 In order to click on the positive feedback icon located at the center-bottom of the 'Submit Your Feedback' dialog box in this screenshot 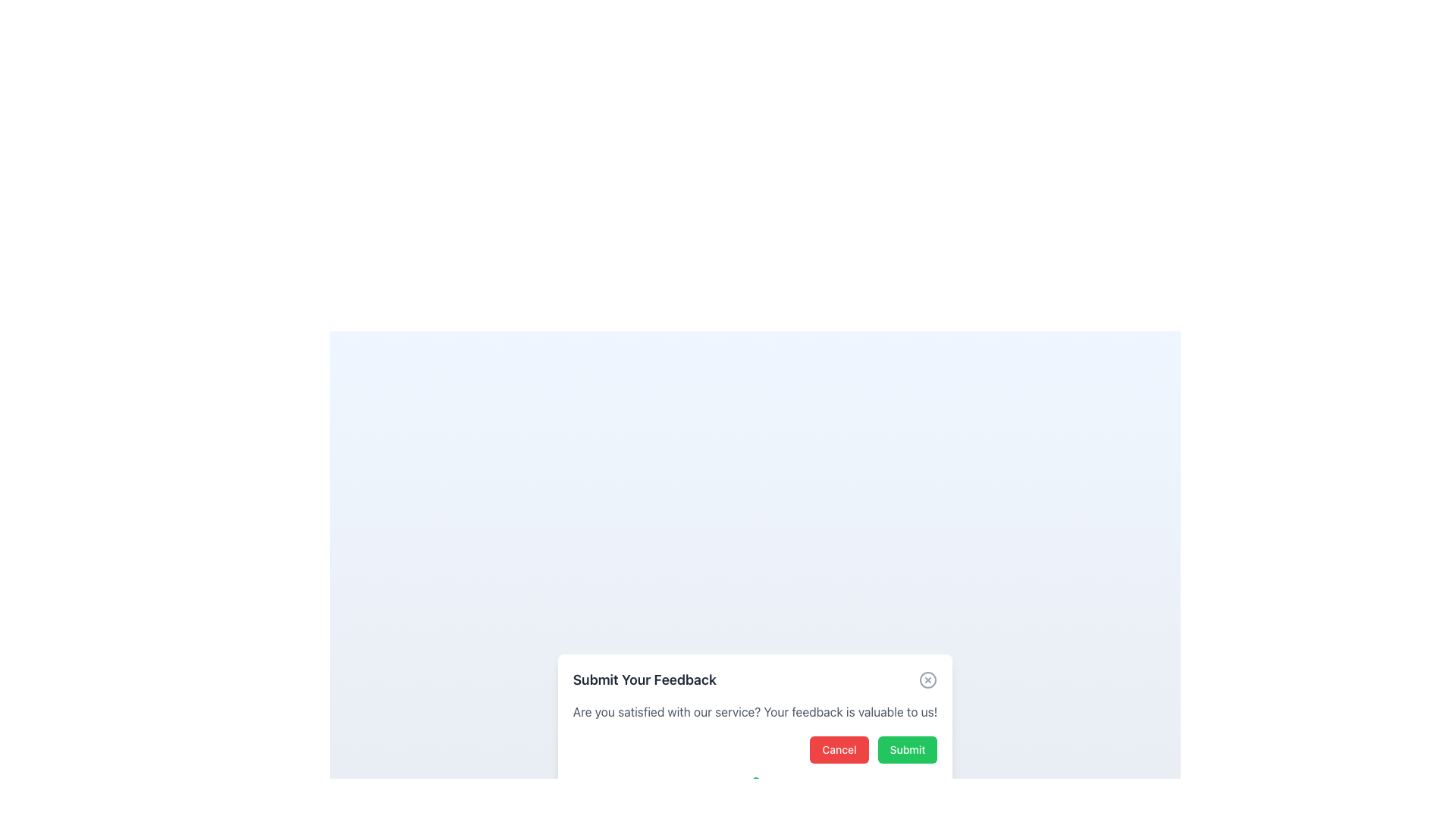, I will do `click(755, 792)`.